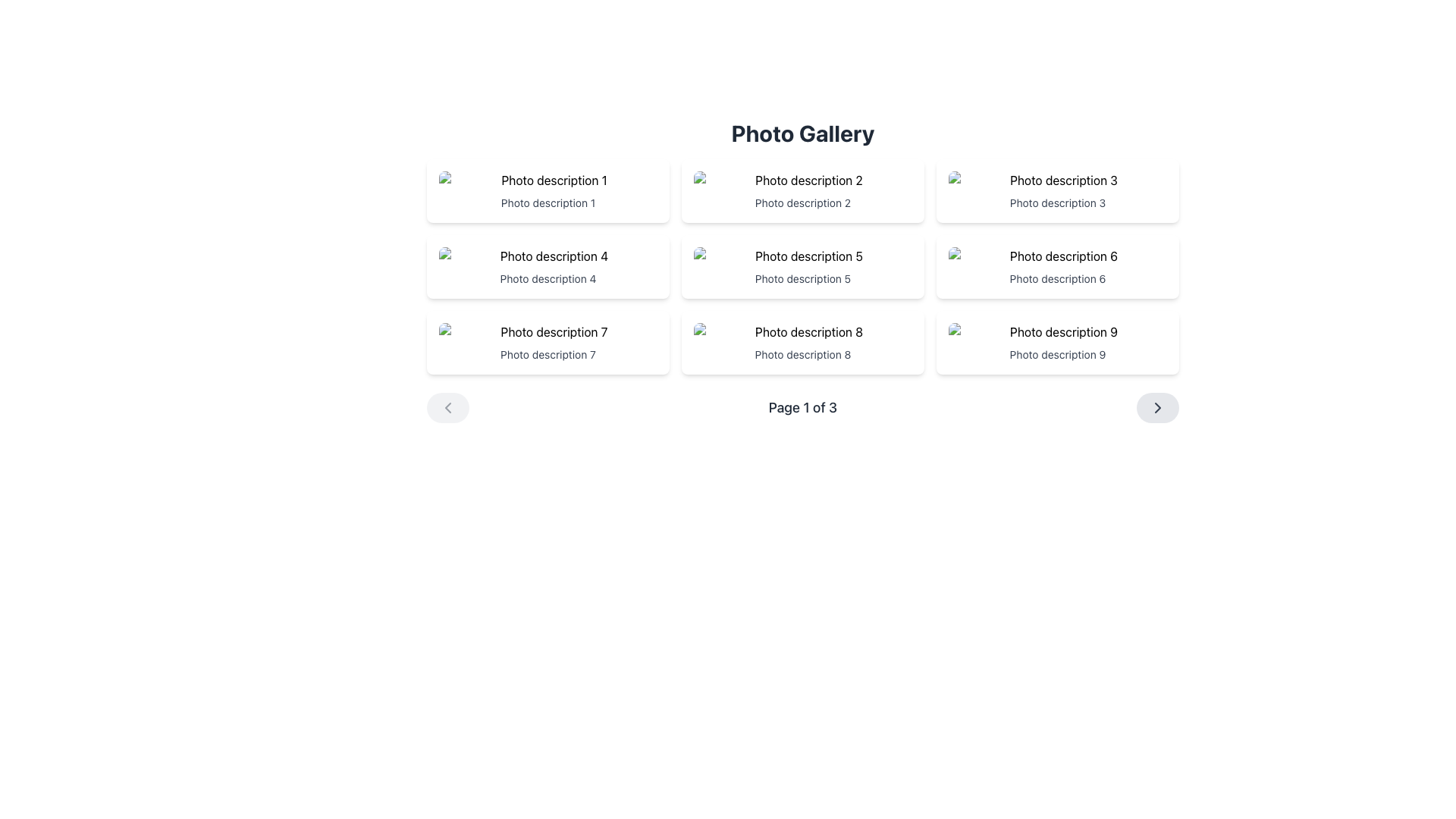  What do you see at coordinates (1057, 190) in the screenshot?
I see `the rectangular card with a white background and the text 'Photo description 3', located in the first row and third column of a grid layout` at bounding box center [1057, 190].